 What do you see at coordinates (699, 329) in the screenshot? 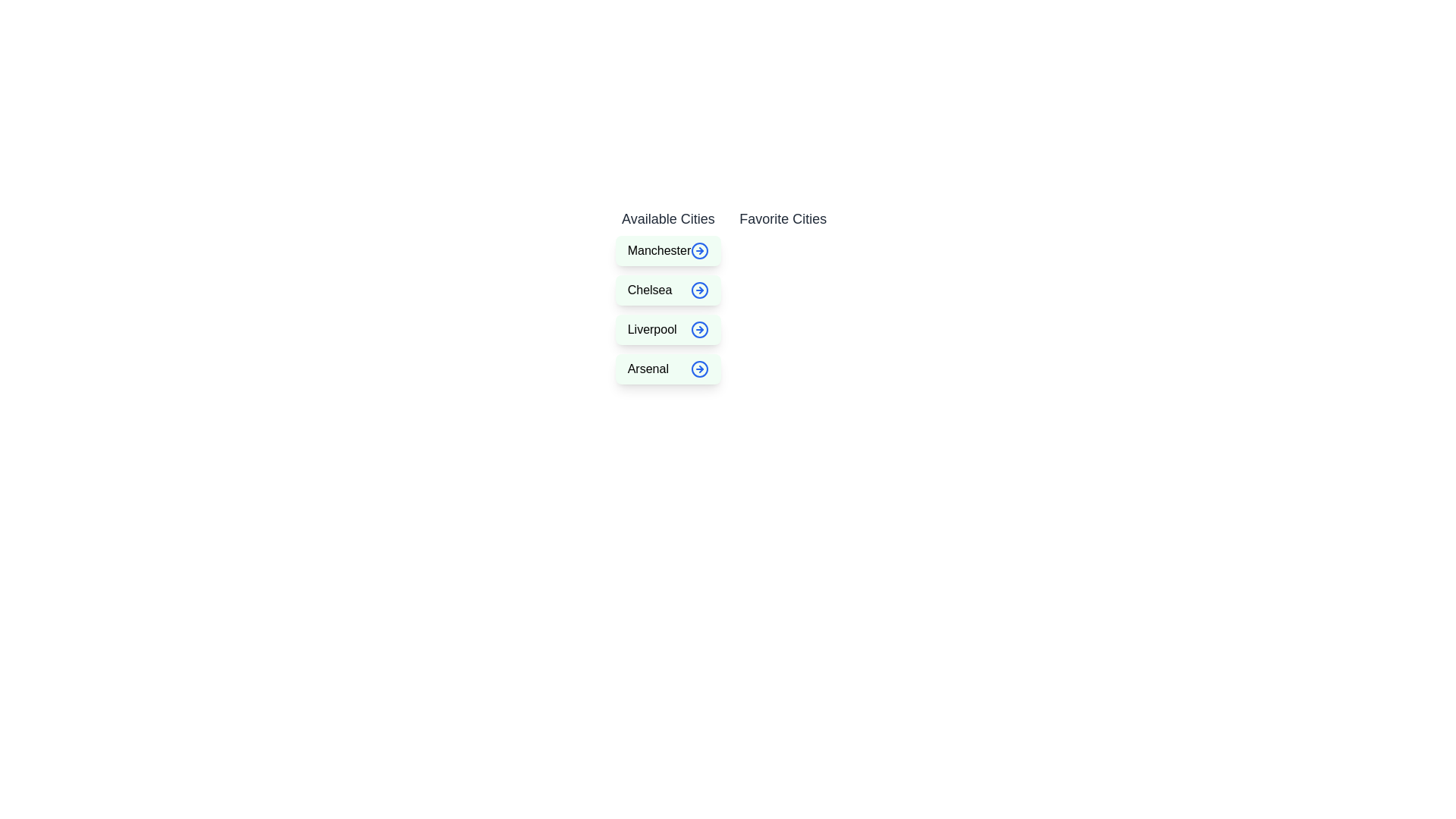
I see `right arrow button next to the city Liverpool in the 'Available Cities' list` at bounding box center [699, 329].